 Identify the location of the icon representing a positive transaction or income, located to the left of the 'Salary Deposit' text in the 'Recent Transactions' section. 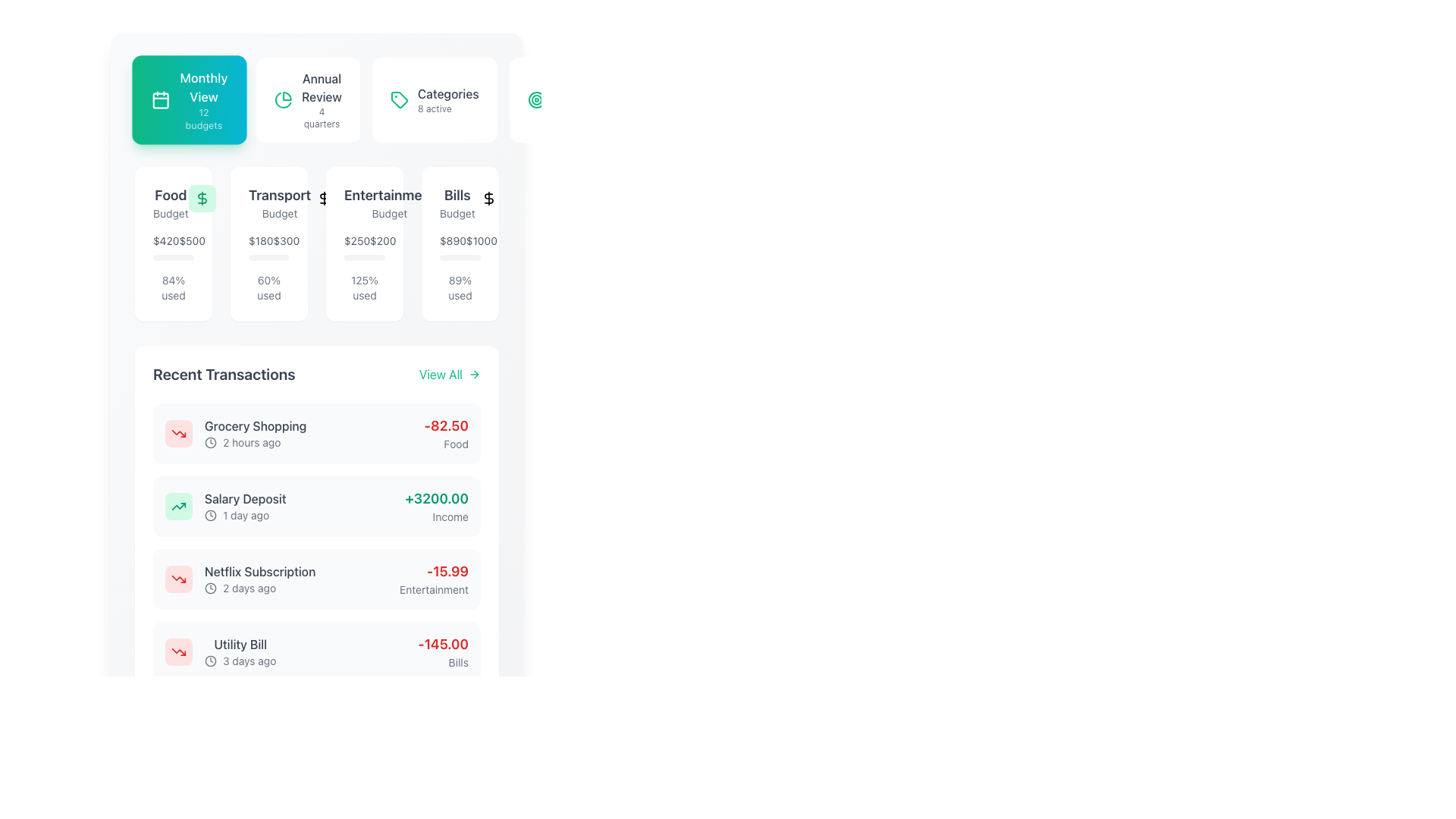
(178, 506).